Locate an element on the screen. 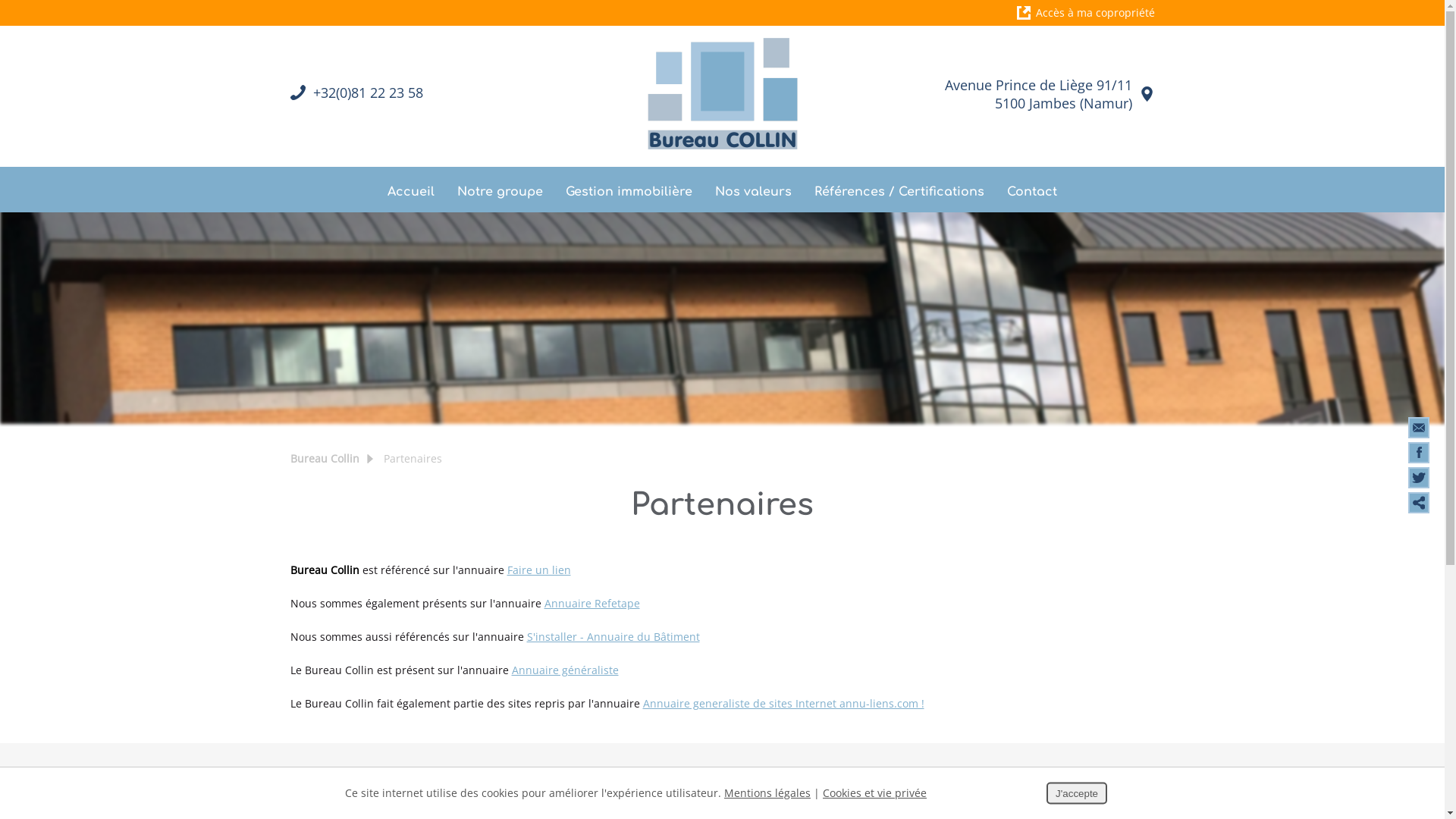  'Notre groupe' is located at coordinates (500, 189).